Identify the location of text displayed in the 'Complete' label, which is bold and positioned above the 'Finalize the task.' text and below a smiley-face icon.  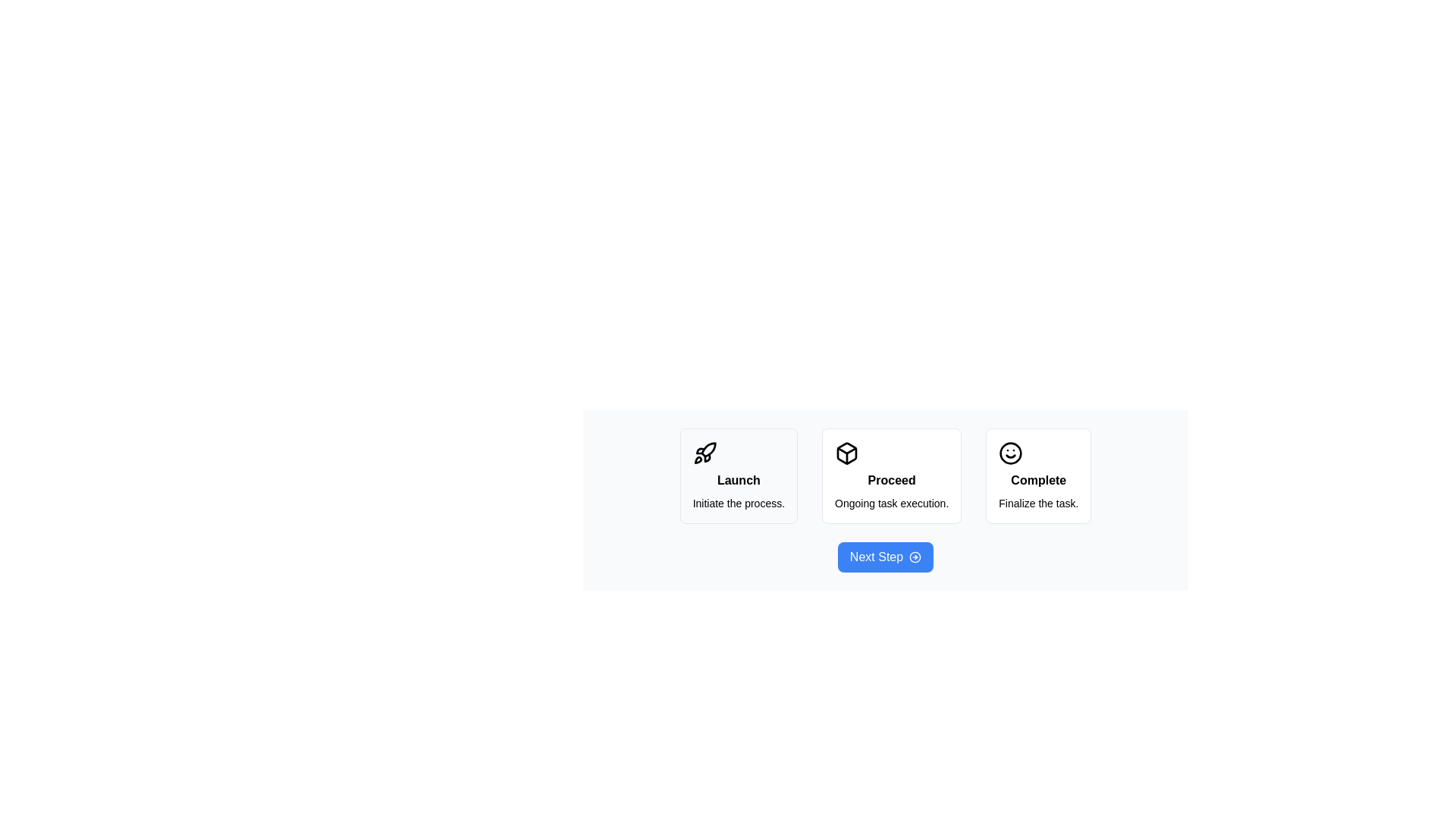
(1037, 480).